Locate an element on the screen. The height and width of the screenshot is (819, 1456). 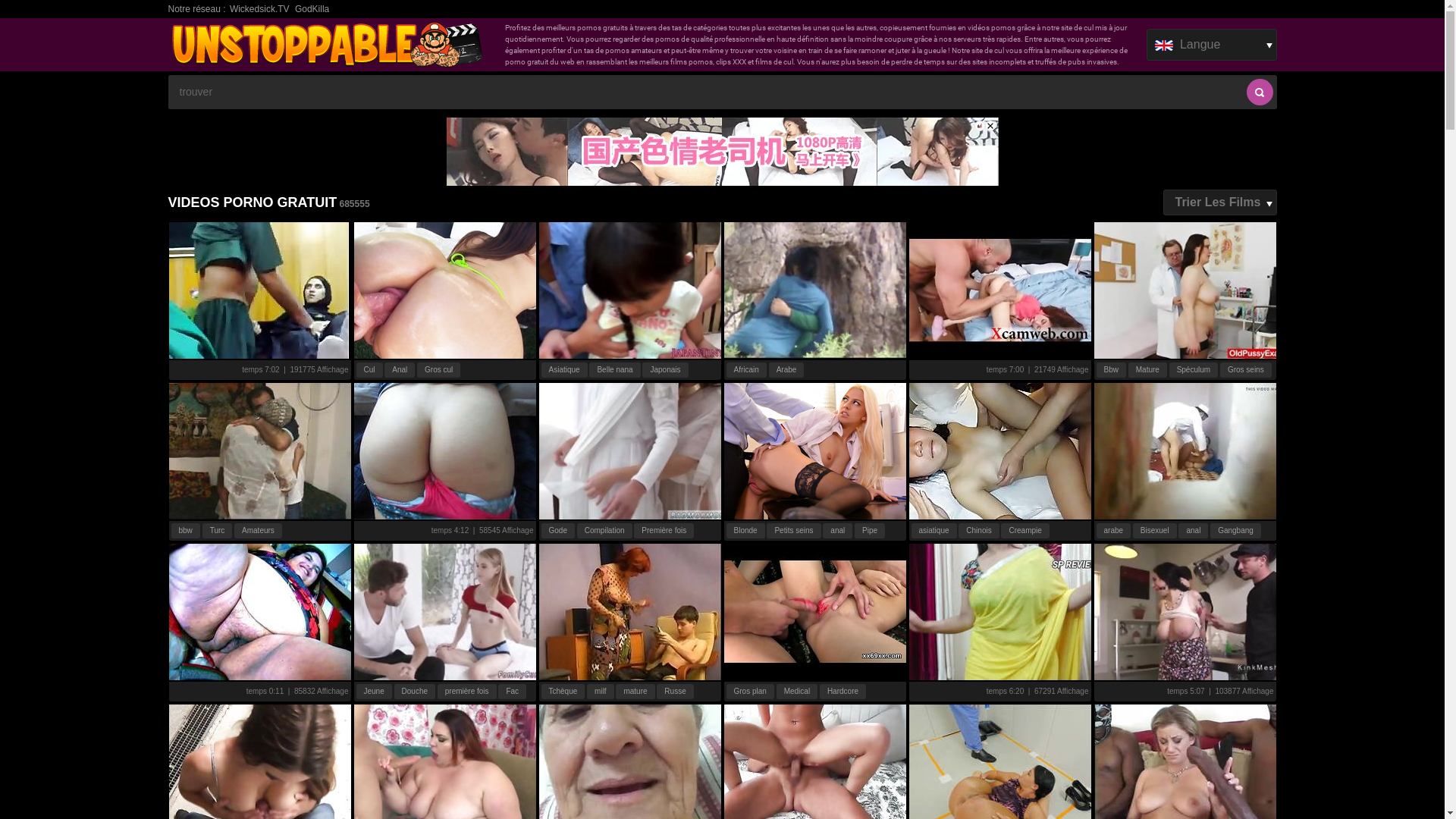
'Hardcore' is located at coordinates (842, 691).